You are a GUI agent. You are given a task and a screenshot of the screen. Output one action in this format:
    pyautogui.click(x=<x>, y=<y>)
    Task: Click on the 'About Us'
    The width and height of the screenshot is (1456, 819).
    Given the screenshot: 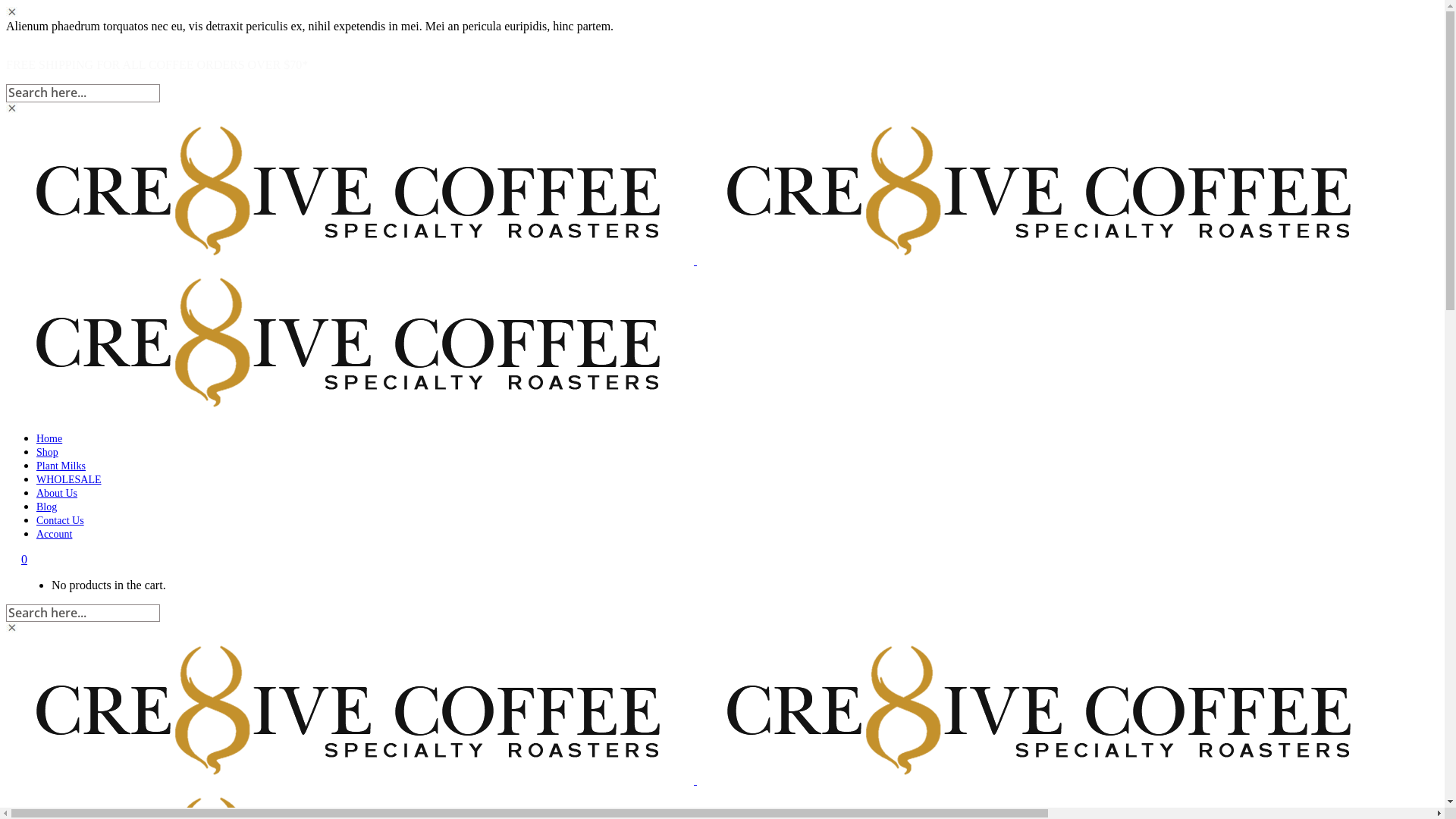 What is the action you would take?
    pyautogui.click(x=57, y=493)
    